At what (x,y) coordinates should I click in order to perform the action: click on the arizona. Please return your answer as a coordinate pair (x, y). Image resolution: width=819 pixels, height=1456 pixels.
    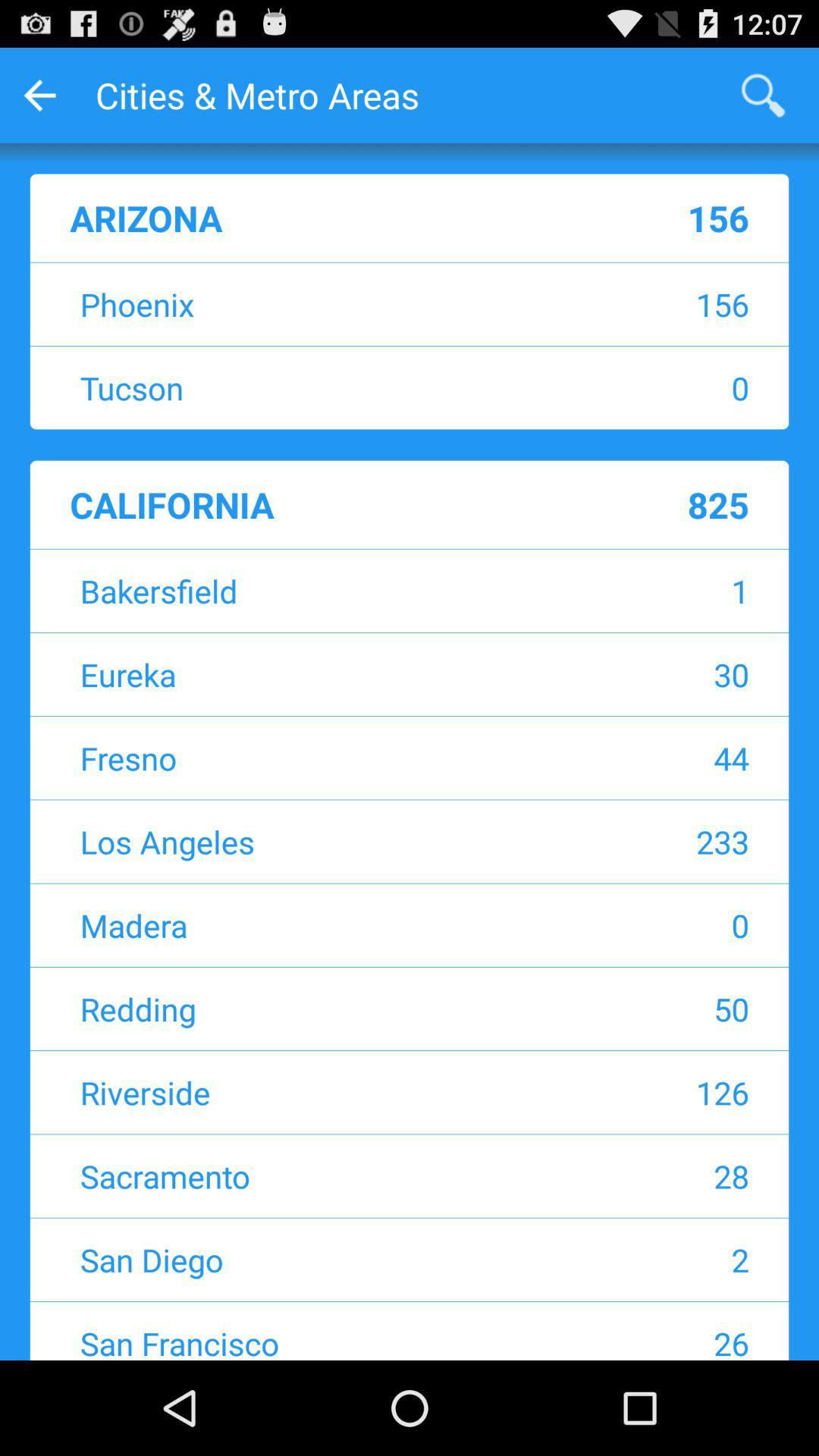
    Looking at the image, I should click on (309, 217).